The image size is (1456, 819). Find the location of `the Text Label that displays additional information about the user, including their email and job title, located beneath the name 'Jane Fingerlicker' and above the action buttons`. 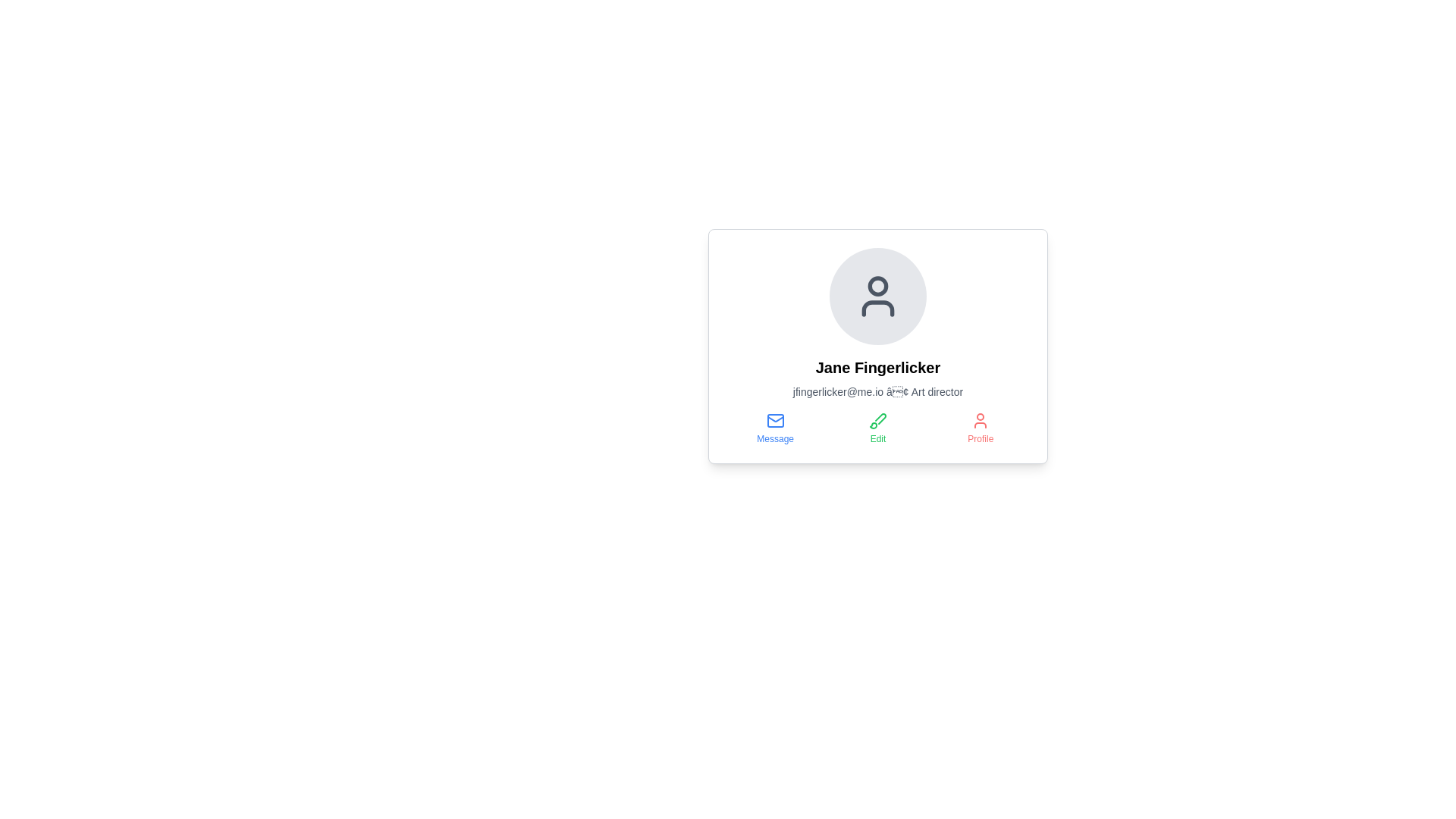

the Text Label that displays additional information about the user, including their email and job title, located beneath the name 'Jane Fingerlicker' and above the action buttons is located at coordinates (877, 391).